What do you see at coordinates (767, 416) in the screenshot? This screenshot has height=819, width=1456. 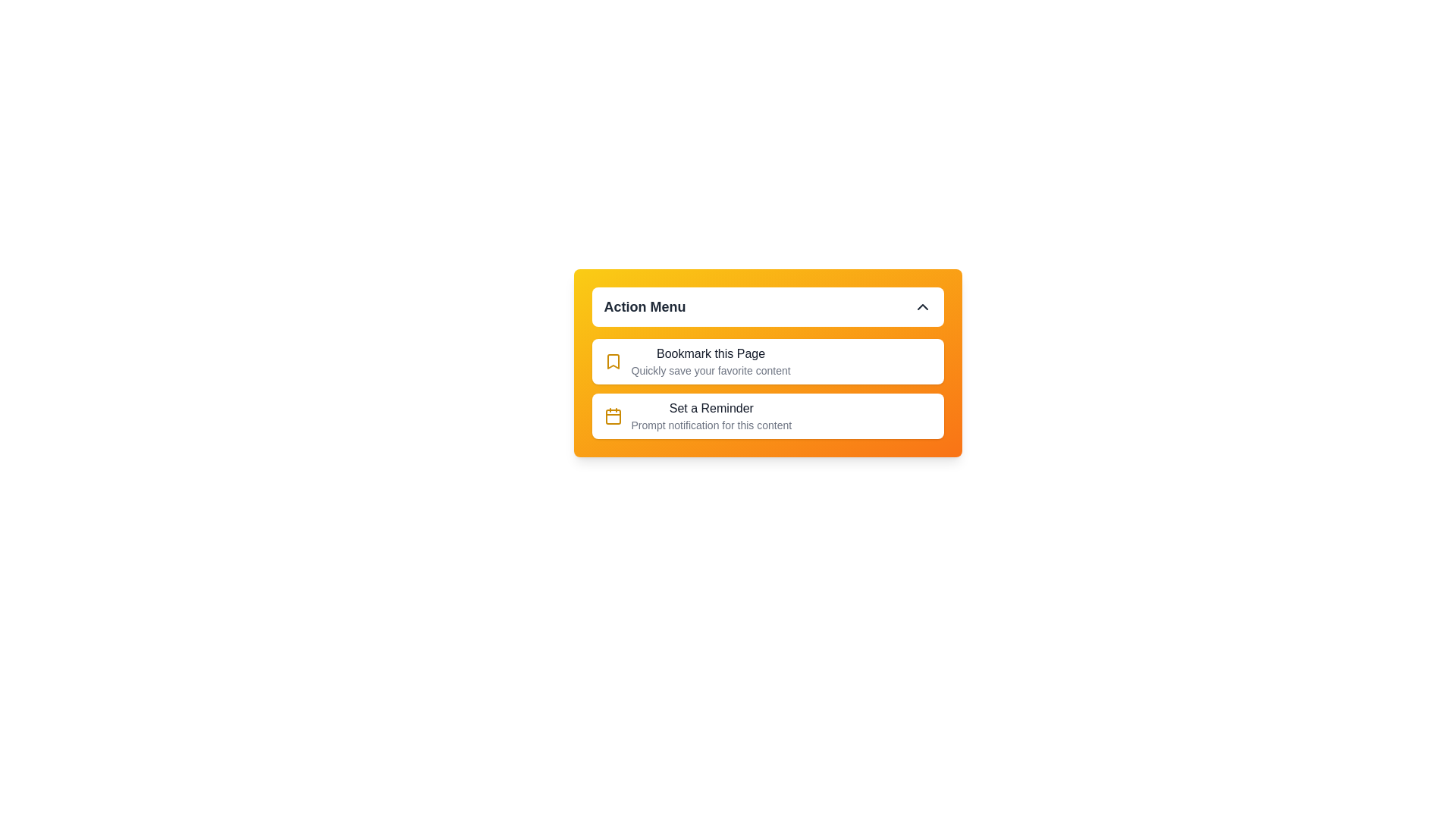 I see `the second menu item labeled 'Set a Reminder'` at bounding box center [767, 416].